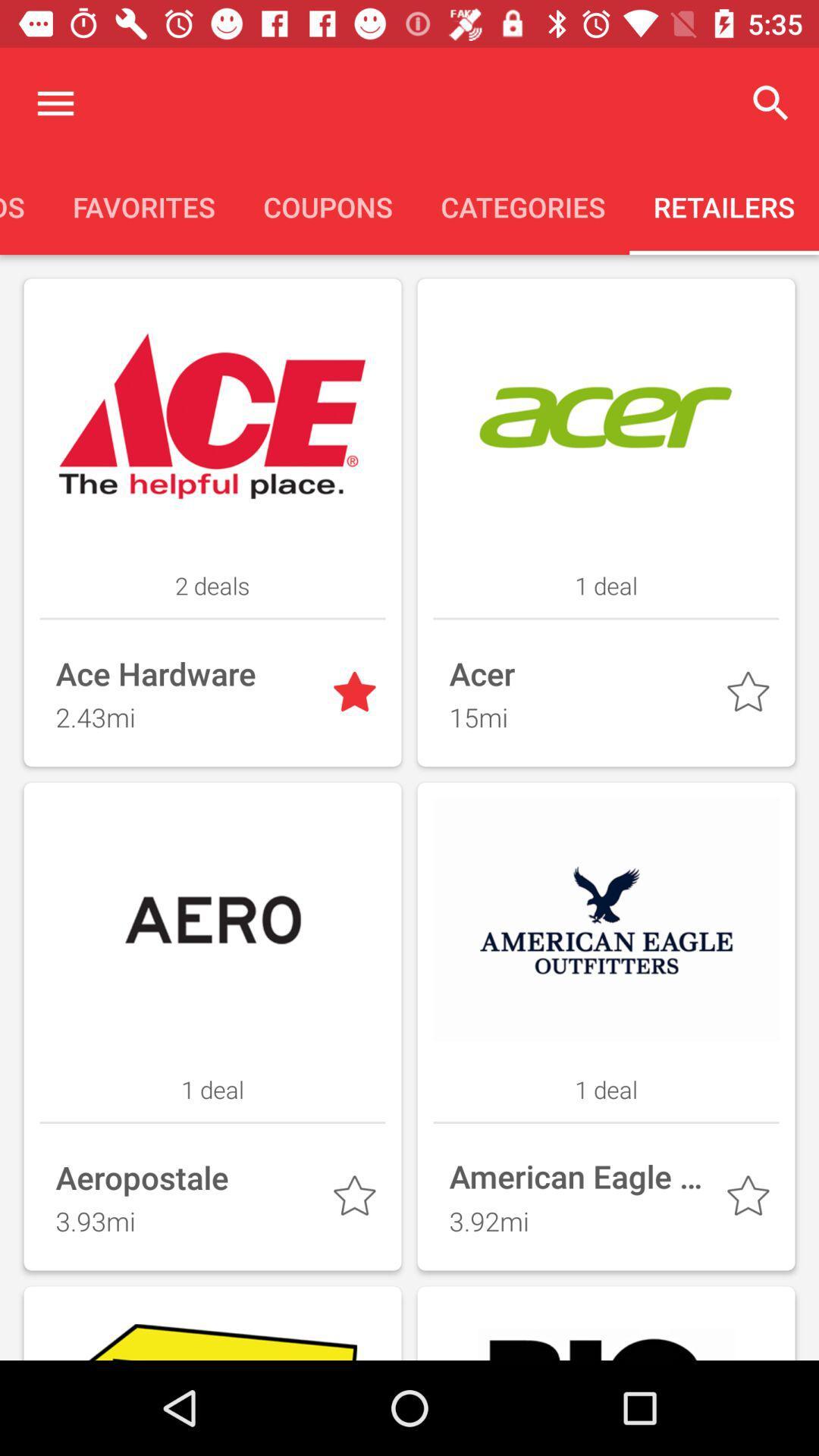 The image size is (819, 1456). I want to click on a button for adding to favorites, so click(357, 695).